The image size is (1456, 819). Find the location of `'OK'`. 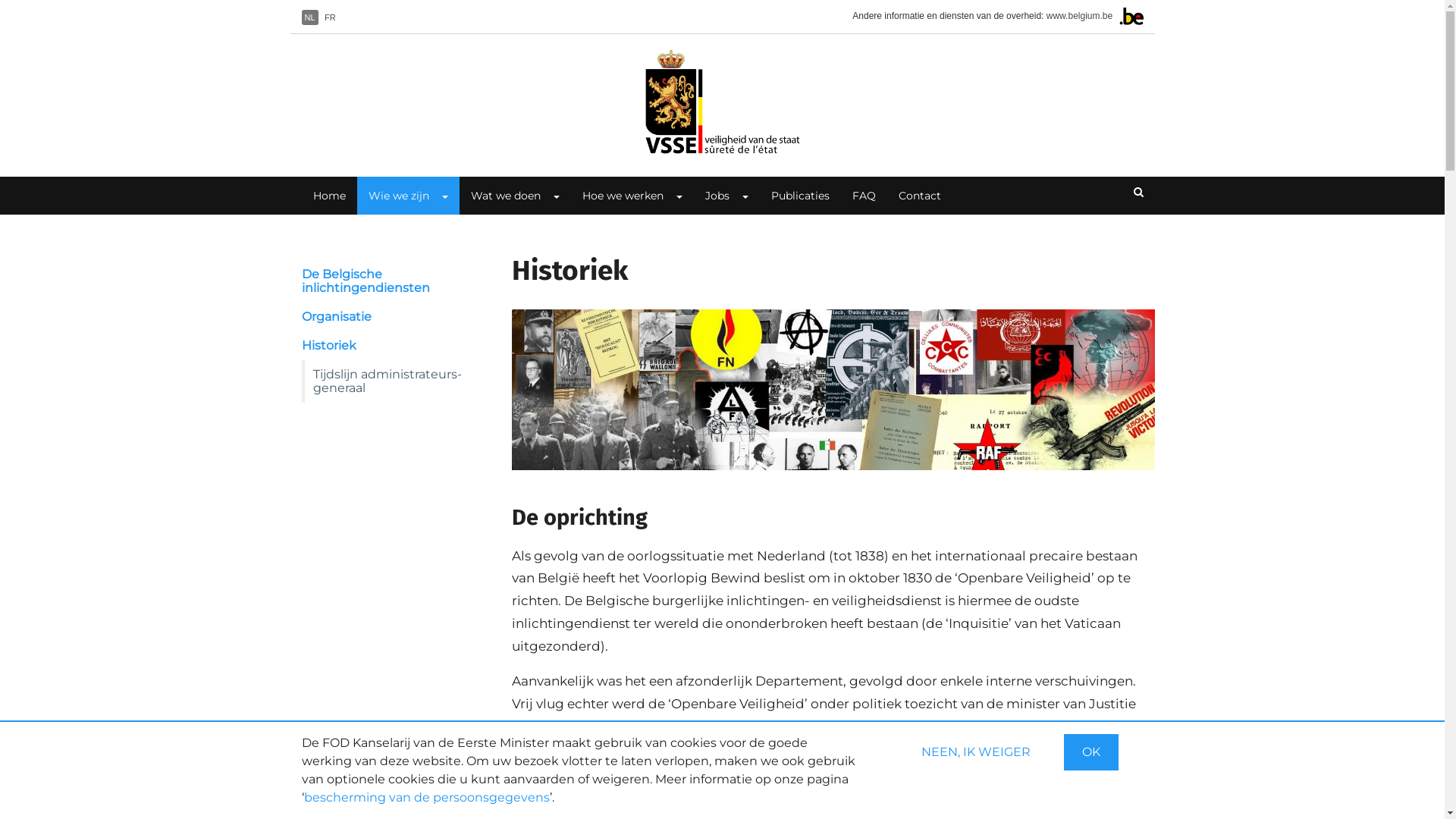

'OK' is located at coordinates (1090, 752).